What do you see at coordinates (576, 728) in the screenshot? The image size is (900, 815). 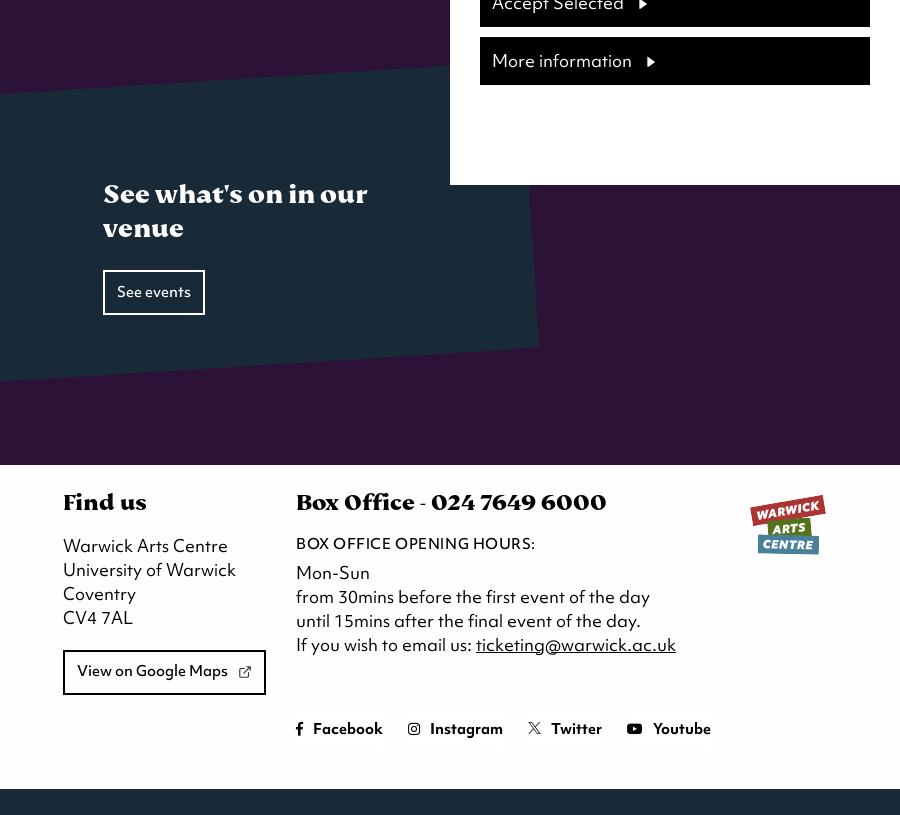 I see `'Twitter'` at bounding box center [576, 728].